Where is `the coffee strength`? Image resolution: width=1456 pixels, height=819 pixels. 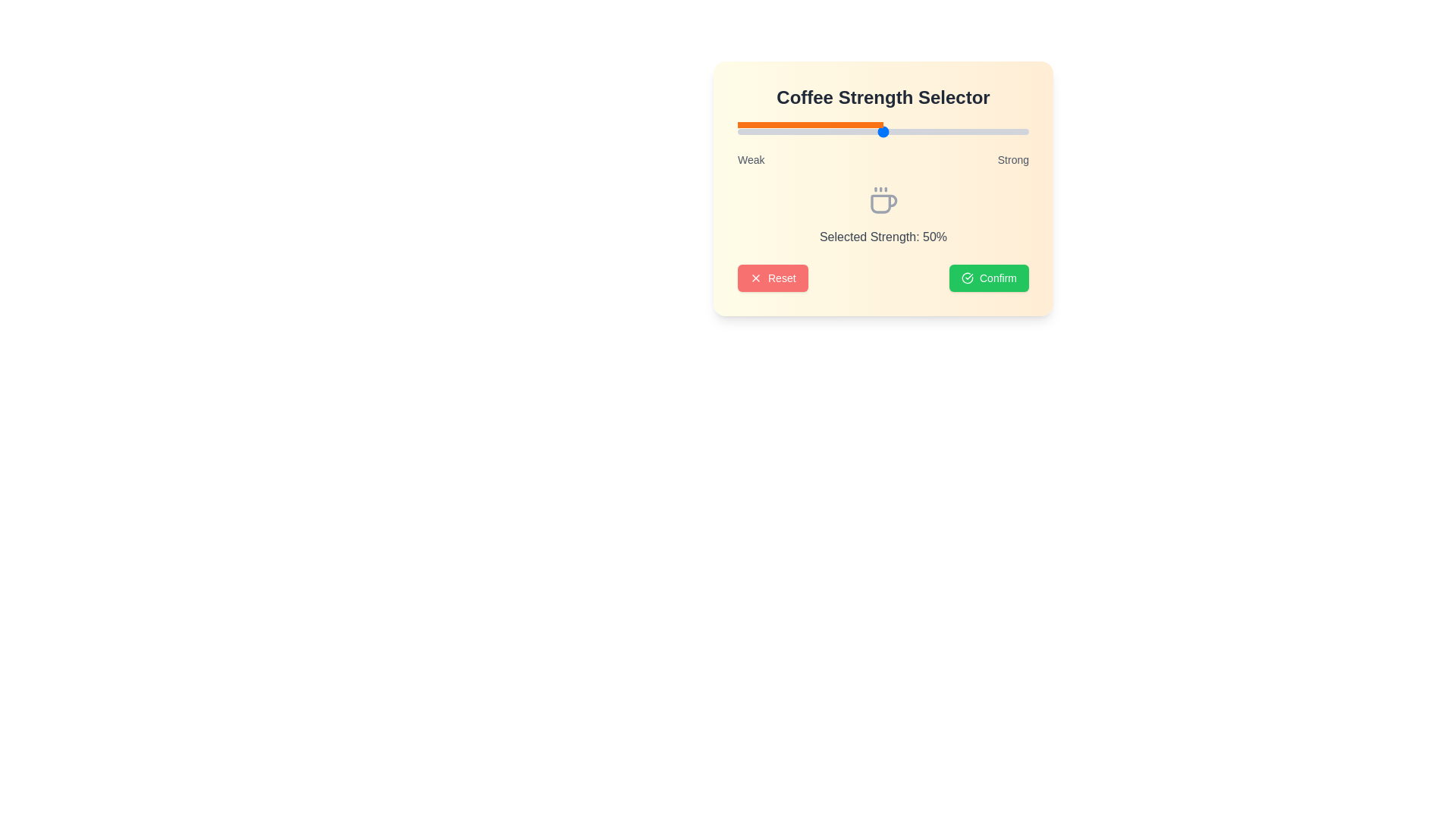
the coffee strength is located at coordinates (860, 130).